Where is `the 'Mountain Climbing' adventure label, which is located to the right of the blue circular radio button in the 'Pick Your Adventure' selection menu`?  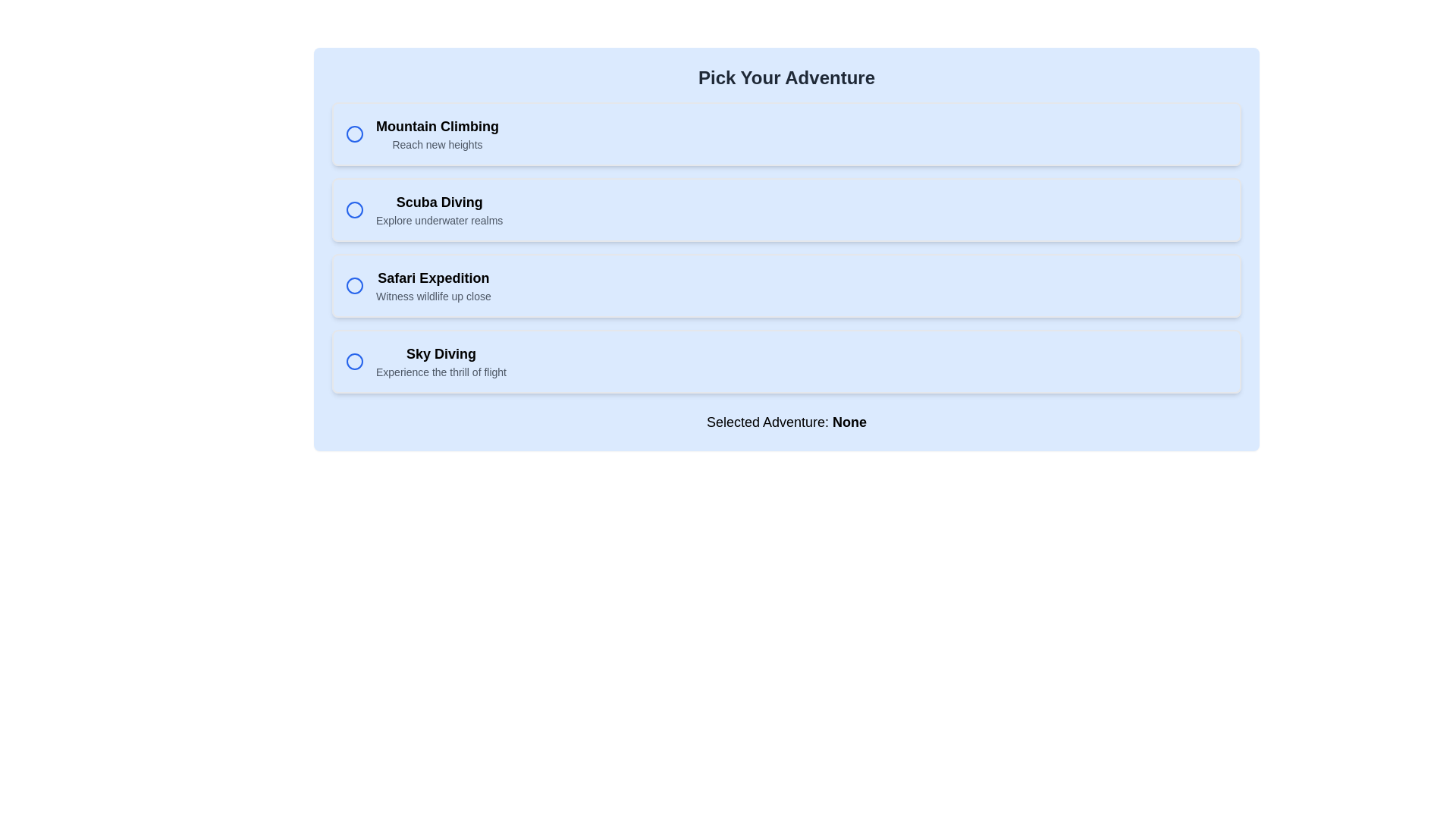
the 'Mountain Climbing' adventure label, which is located to the right of the blue circular radio button in the 'Pick Your Adventure' selection menu is located at coordinates (436, 133).